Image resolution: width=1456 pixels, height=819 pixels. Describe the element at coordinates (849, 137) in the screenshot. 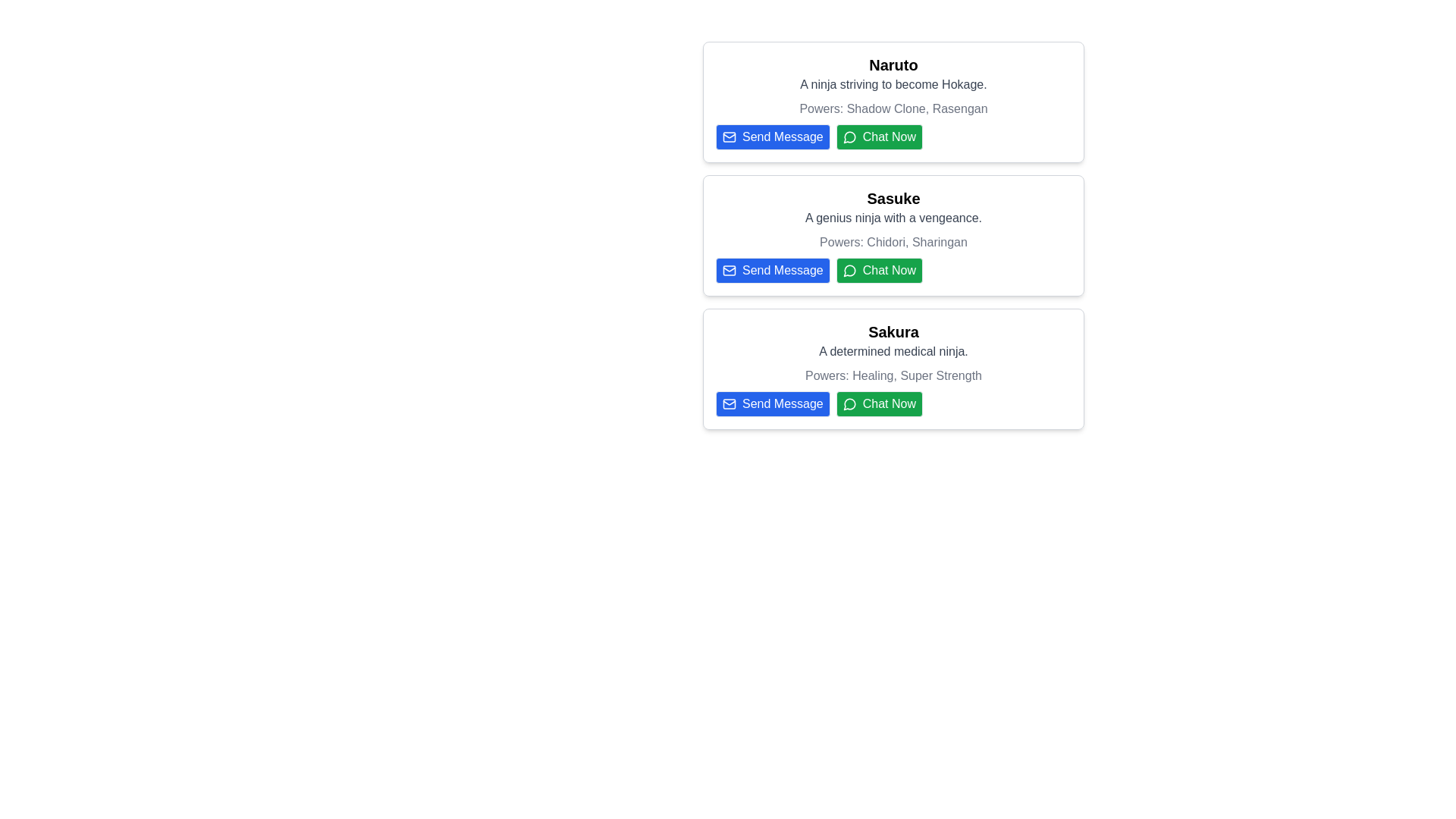

I see `the chat action icon, which is a speech bubble with a muted green stroke outline, located inside the 'Chat Now' button at the bottom right corner of the 'Naruto' card` at that location.